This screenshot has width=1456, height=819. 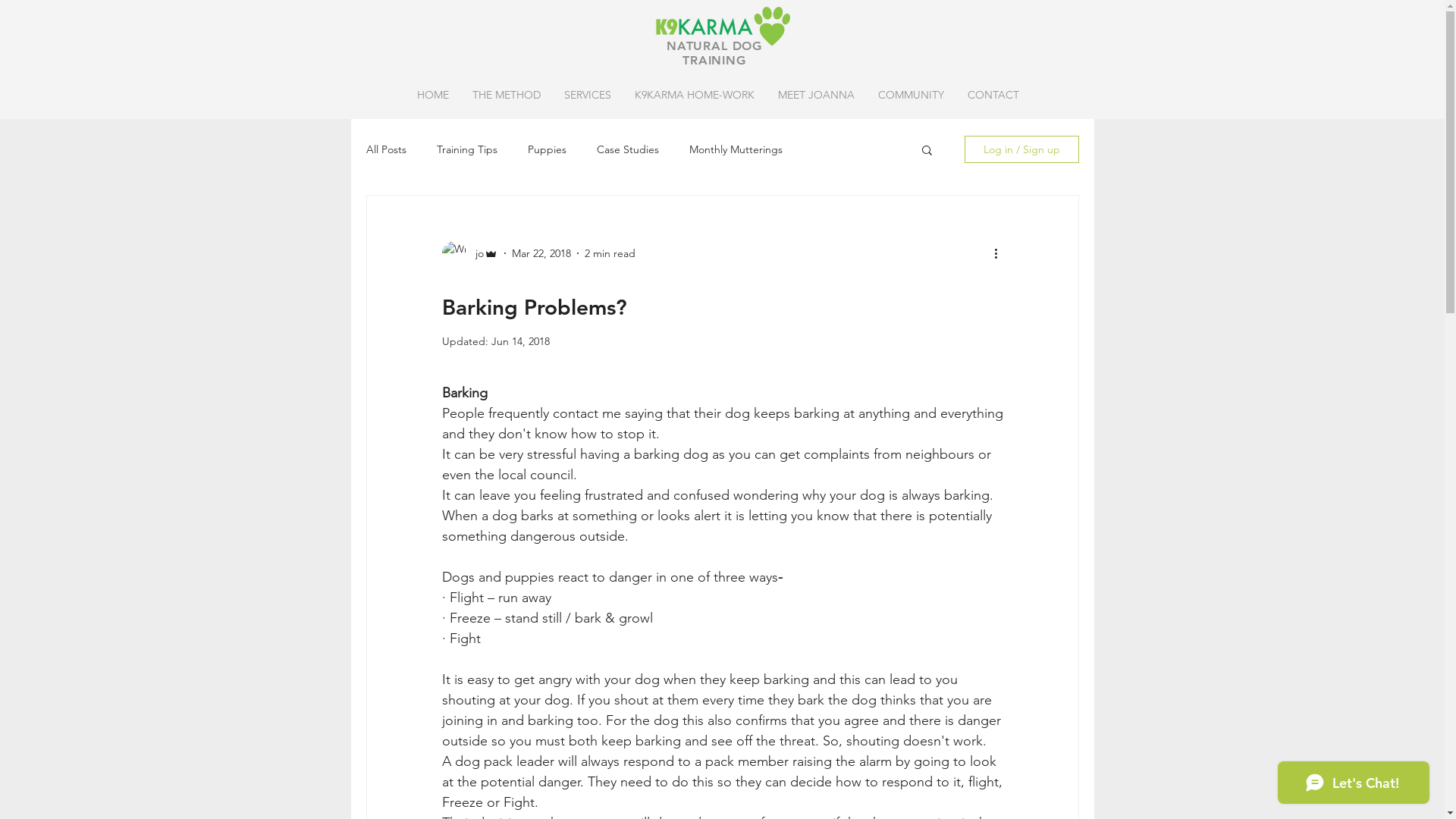 What do you see at coordinates (765, 94) in the screenshot?
I see `'MEET JOANNA'` at bounding box center [765, 94].